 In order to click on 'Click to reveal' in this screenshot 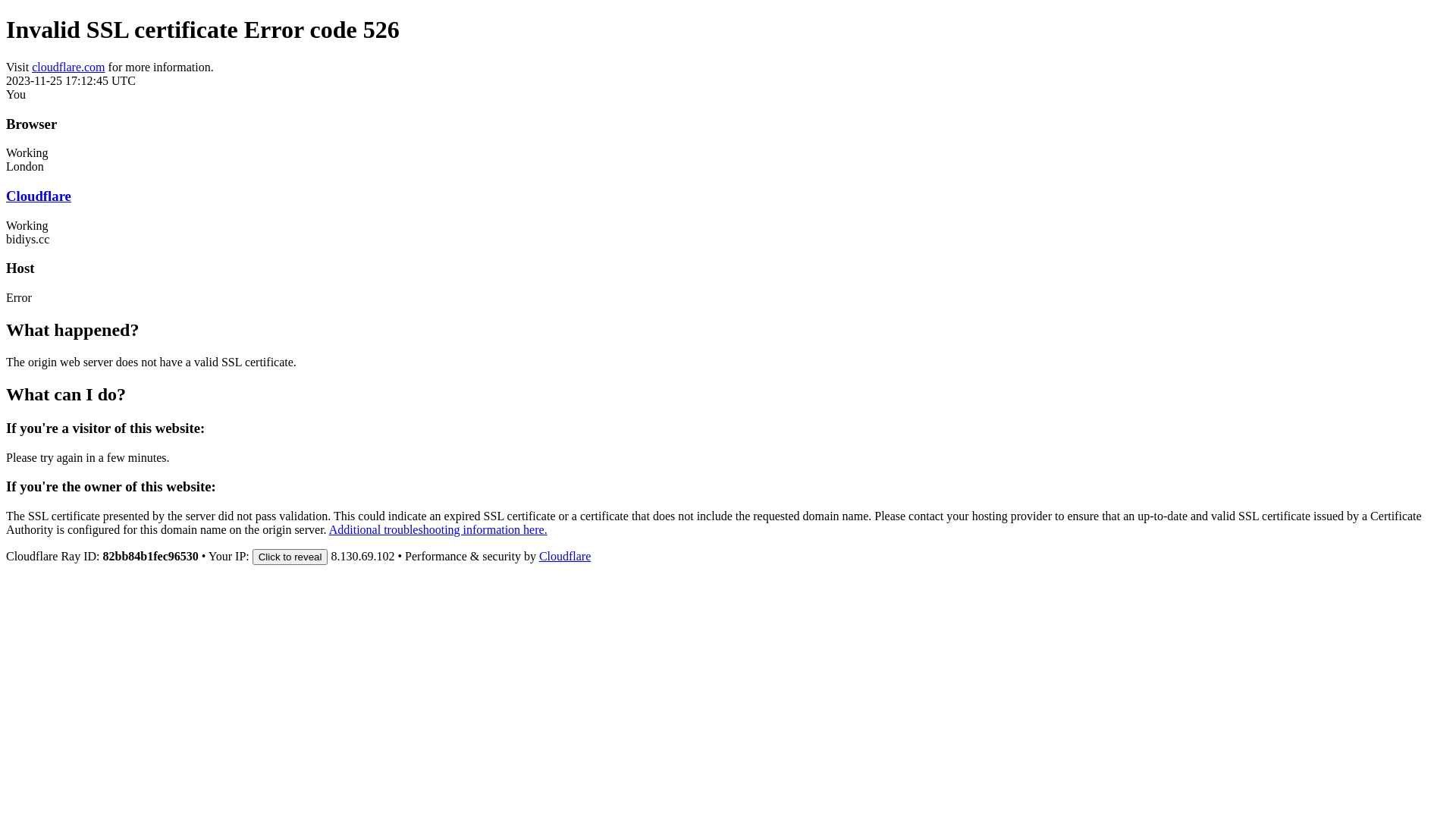, I will do `click(290, 557)`.